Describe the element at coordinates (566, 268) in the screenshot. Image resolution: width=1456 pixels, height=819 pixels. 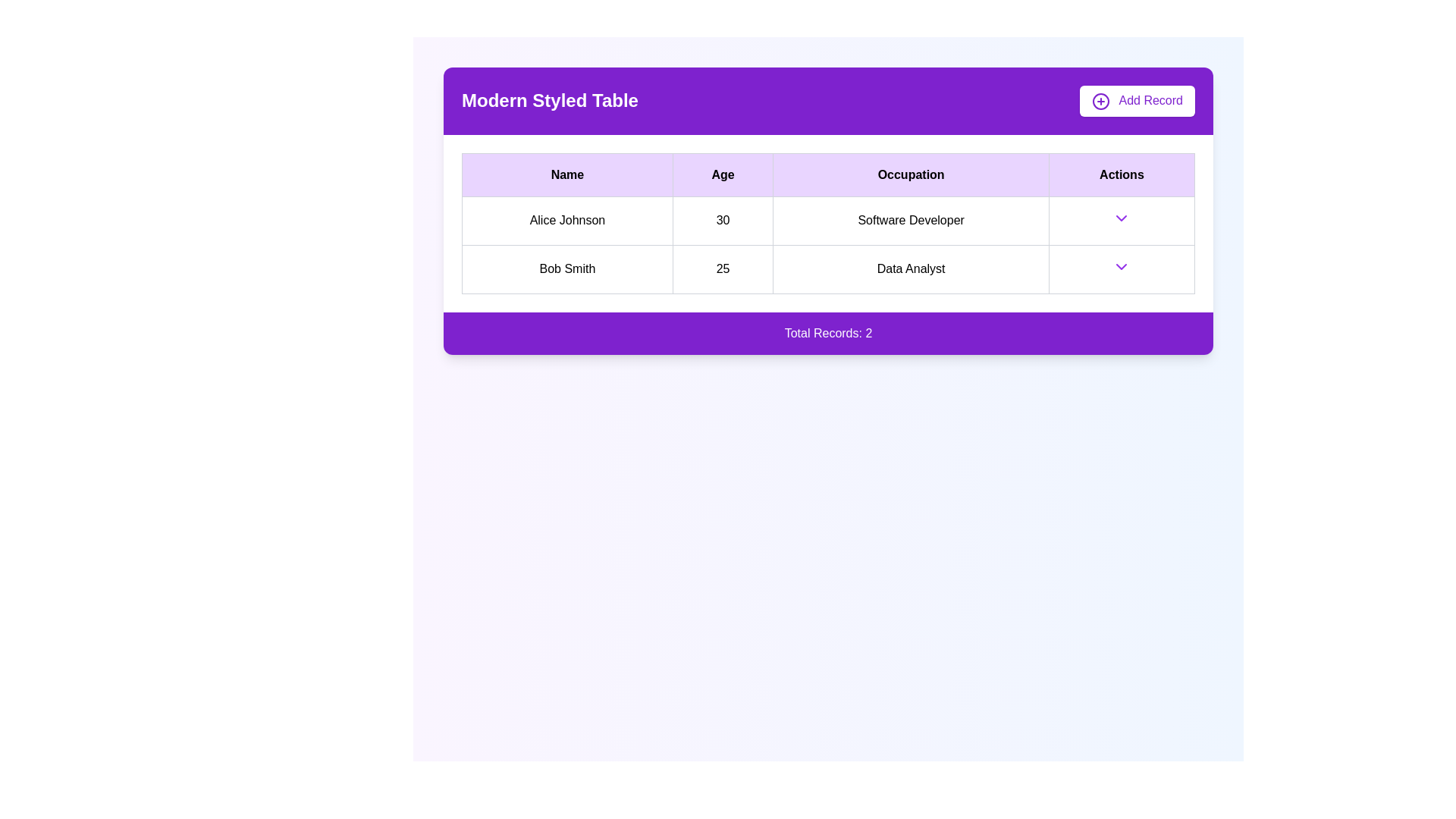
I see `the static text element containing 'Bob Smith' located in the second row of the table under the column 'Name'` at that location.